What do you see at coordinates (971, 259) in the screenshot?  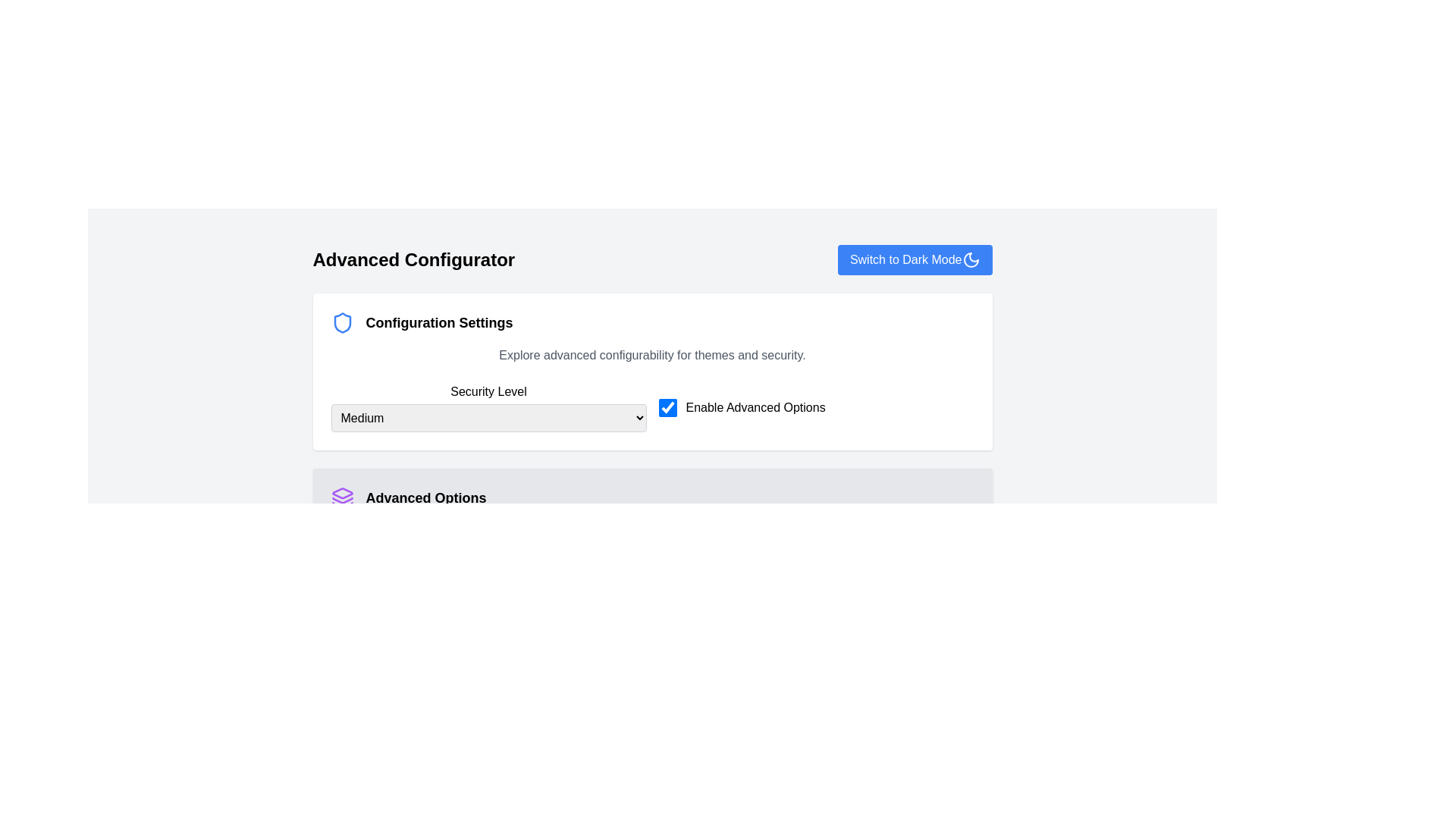 I see `the 'Switch to Dark Mode' button located in the top-right section of the interface, which features a moon-shaped icon as part of its design` at bounding box center [971, 259].